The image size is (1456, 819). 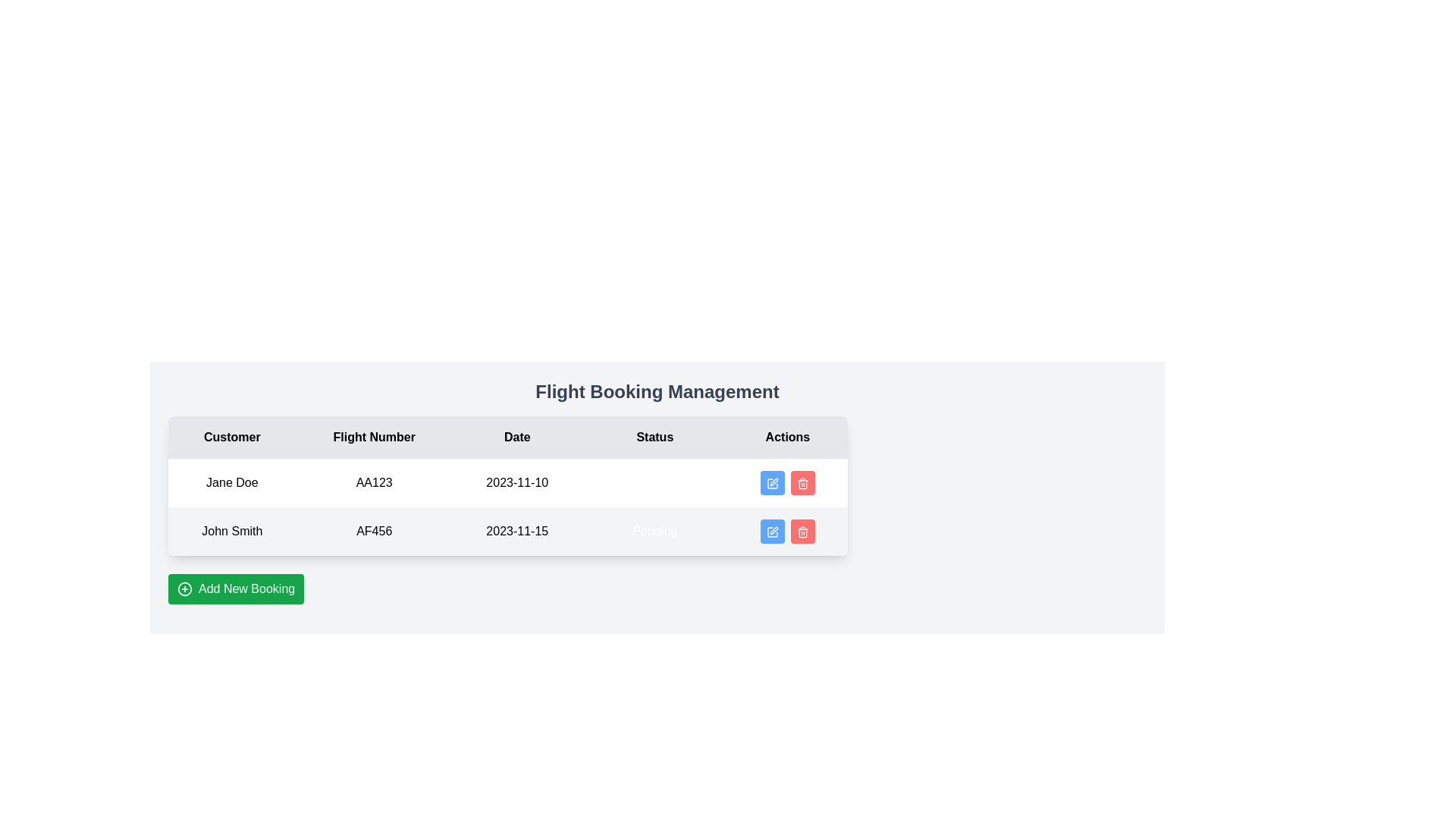 What do you see at coordinates (231, 438) in the screenshot?
I see `'Customer' label, which is the first text label in the table layout, displayed in a simple, bold font against a light gray background` at bounding box center [231, 438].